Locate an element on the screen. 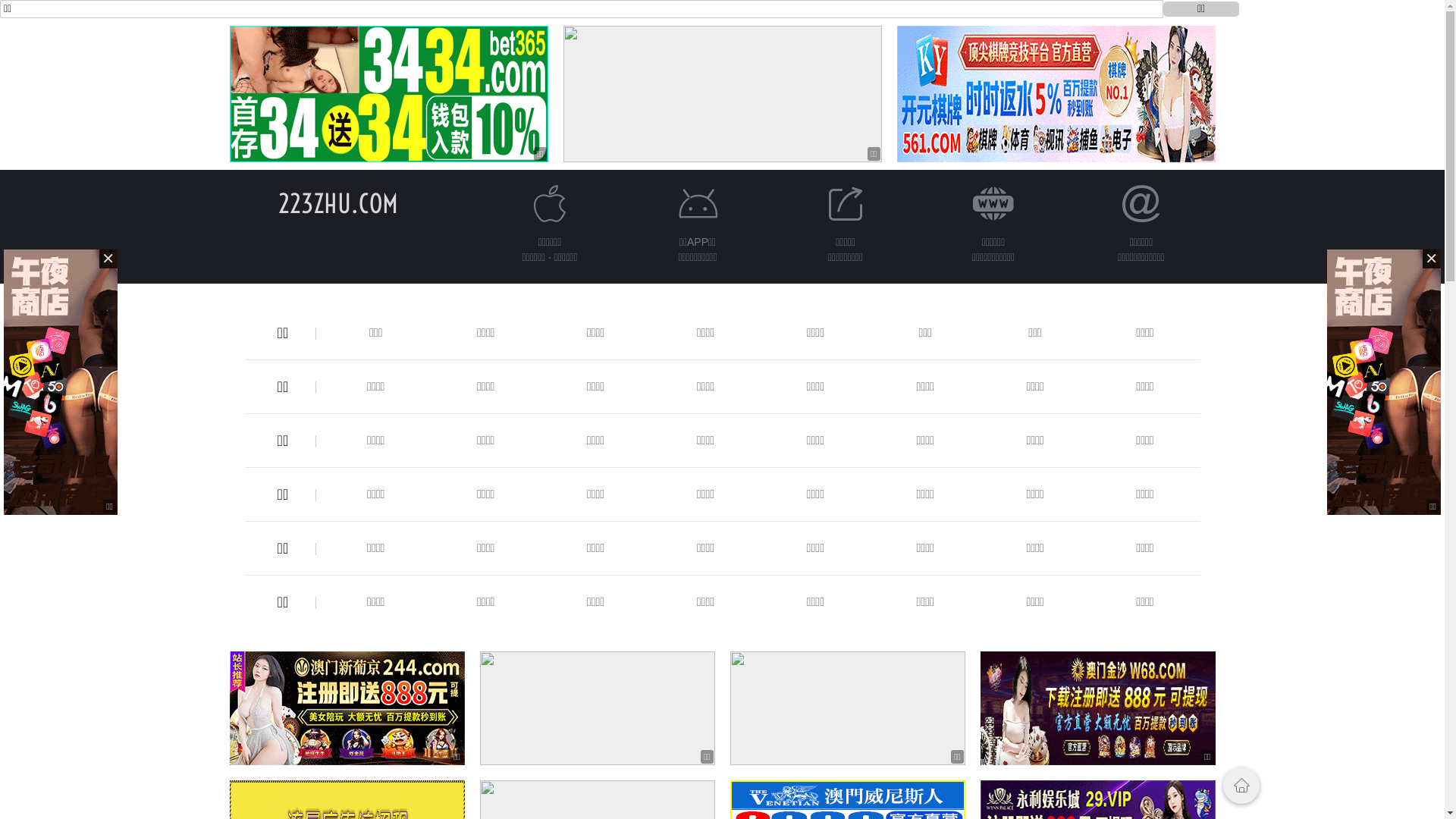  '223ZHU.COM' is located at coordinates (277, 202).